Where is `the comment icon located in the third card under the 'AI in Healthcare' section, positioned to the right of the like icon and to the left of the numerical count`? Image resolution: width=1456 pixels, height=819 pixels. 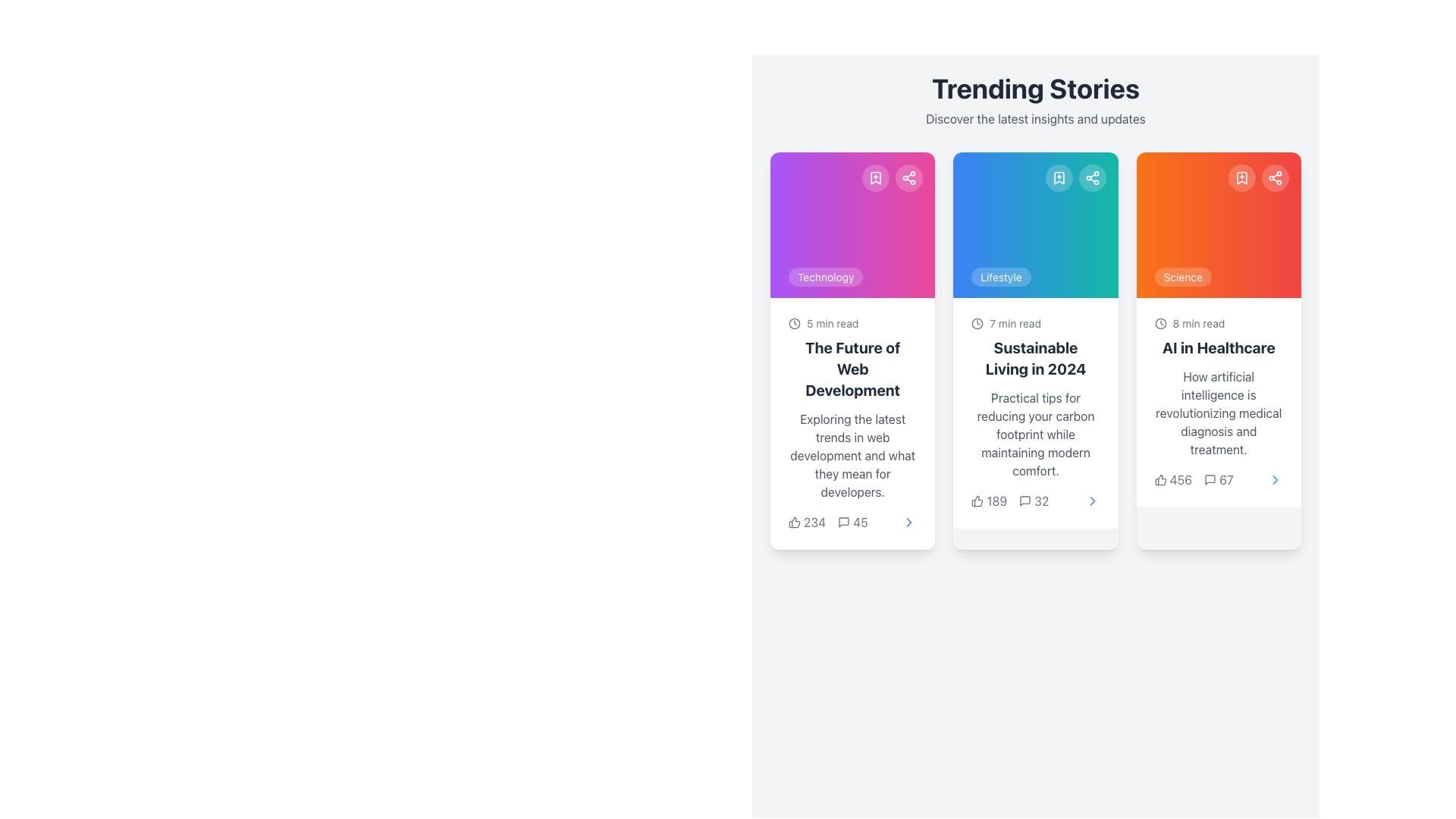 the comment icon located in the third card under the 'AI in Healthcare' section, positioned to the right of the like icon and to the left of the numerical count is located at coordinates (1210, 479).